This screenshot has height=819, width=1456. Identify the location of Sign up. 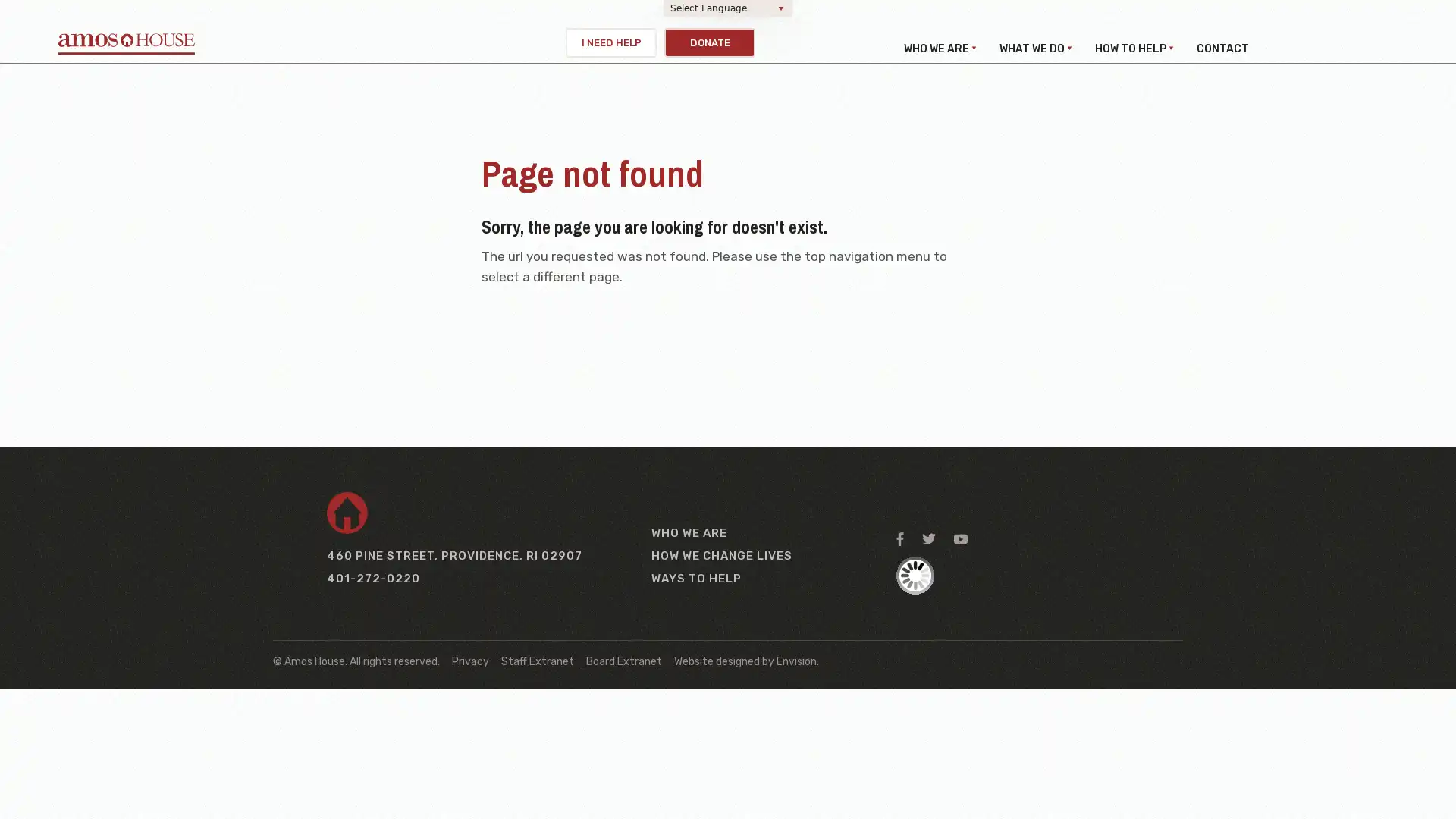
(1050, 610).